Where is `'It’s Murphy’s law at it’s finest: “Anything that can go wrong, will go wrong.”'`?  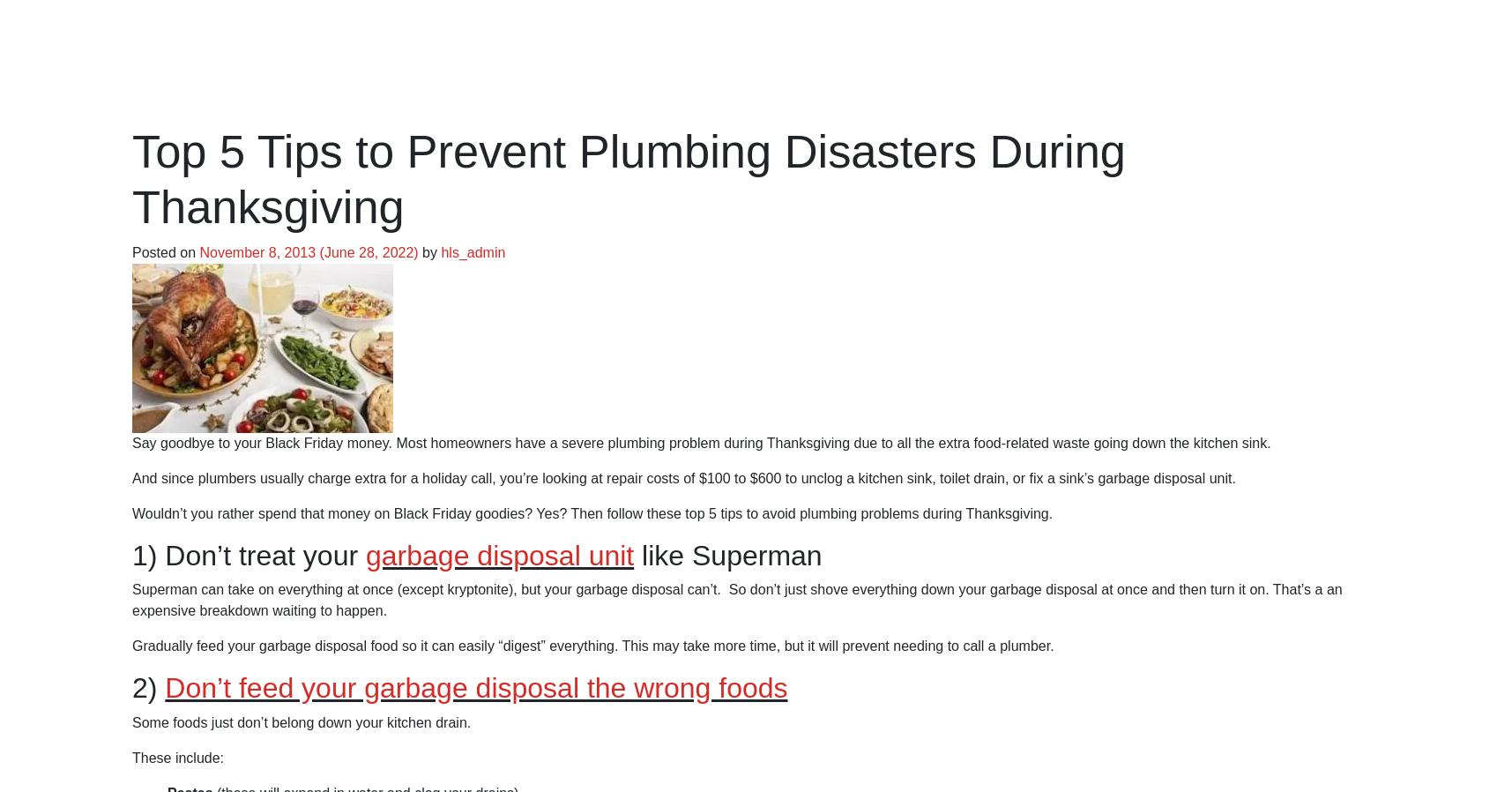 'It’s Murphy’s law at it’s finest: “Anything that can go wrong, will go wrong.”' is located at coordinates (361, 295).